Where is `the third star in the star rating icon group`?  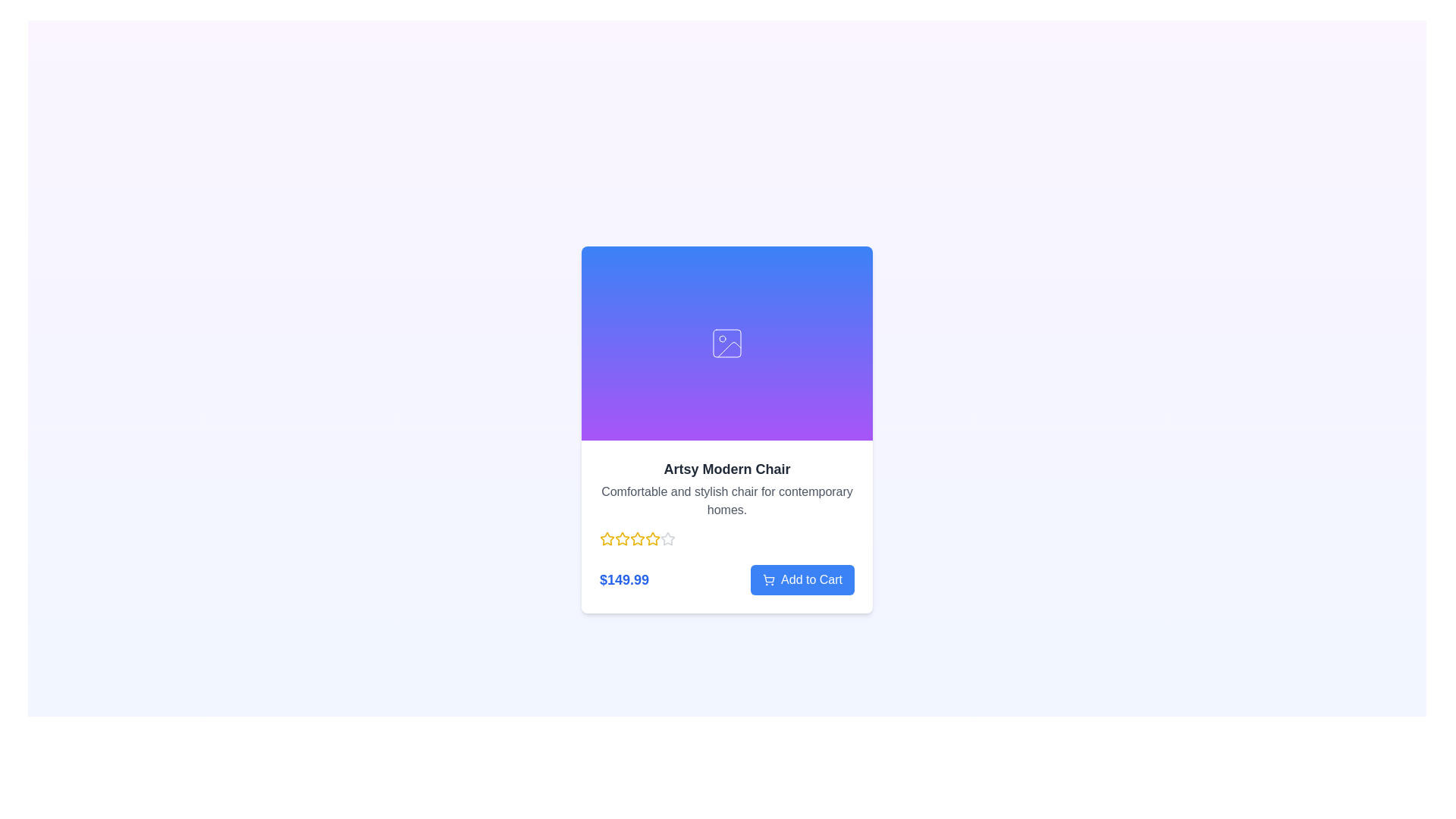 the third star in the star rating icon group is located at coordinates (622, 538).